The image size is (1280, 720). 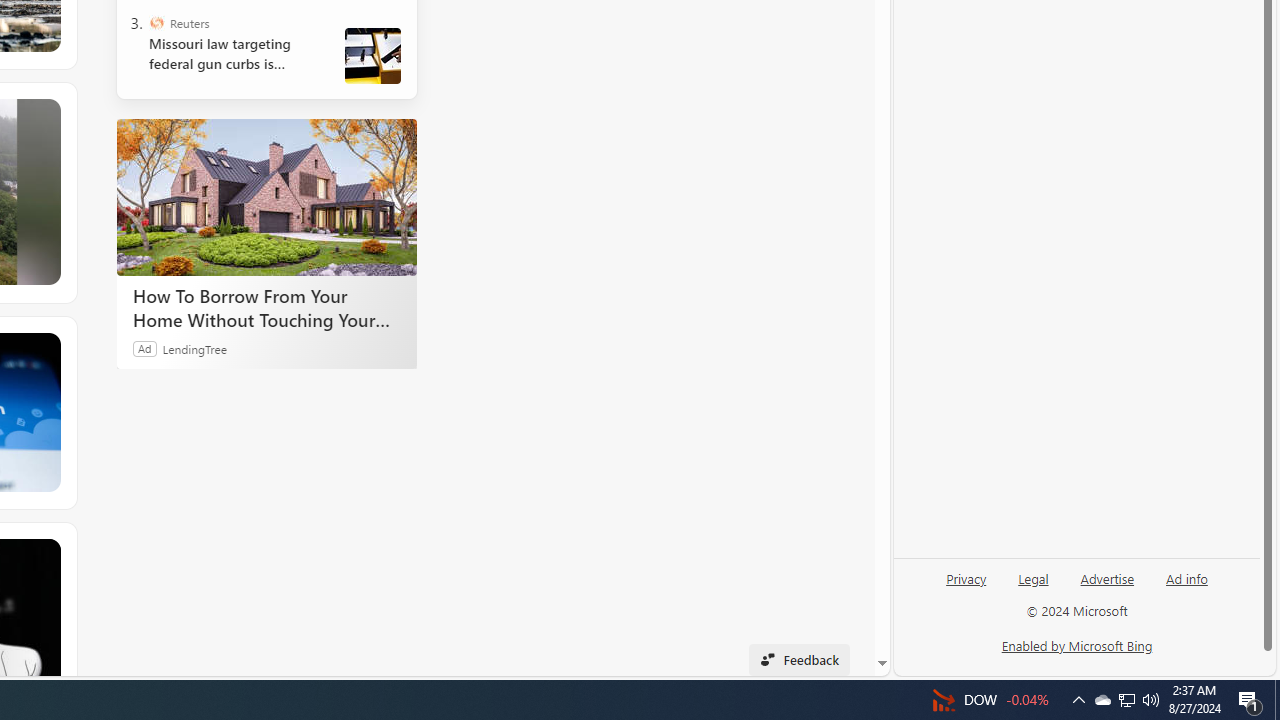 I want to click on 'Advertise', so click(x=1106, y=585).